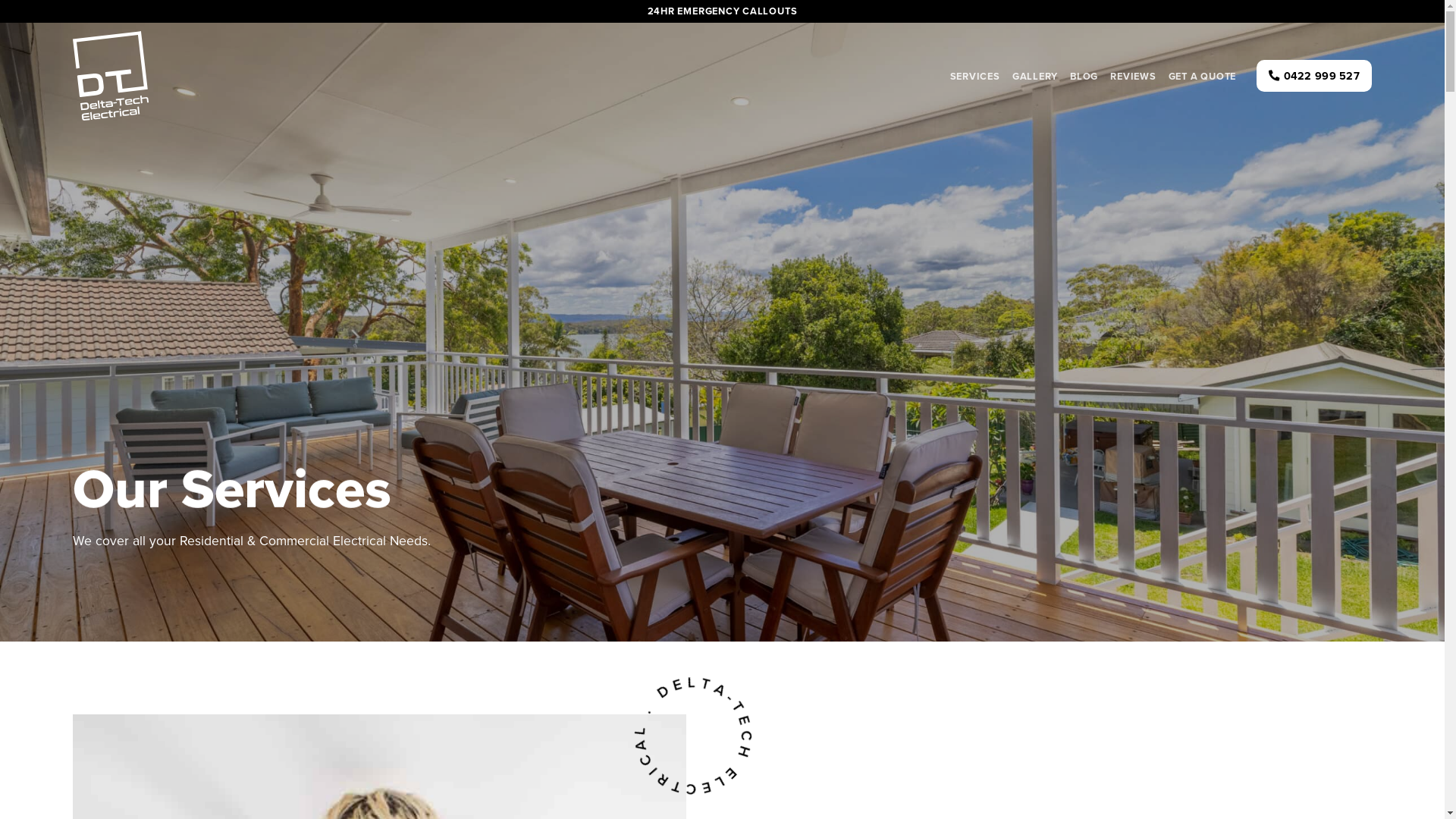  I want to click on 'GALLERY', so click(1034, 75).